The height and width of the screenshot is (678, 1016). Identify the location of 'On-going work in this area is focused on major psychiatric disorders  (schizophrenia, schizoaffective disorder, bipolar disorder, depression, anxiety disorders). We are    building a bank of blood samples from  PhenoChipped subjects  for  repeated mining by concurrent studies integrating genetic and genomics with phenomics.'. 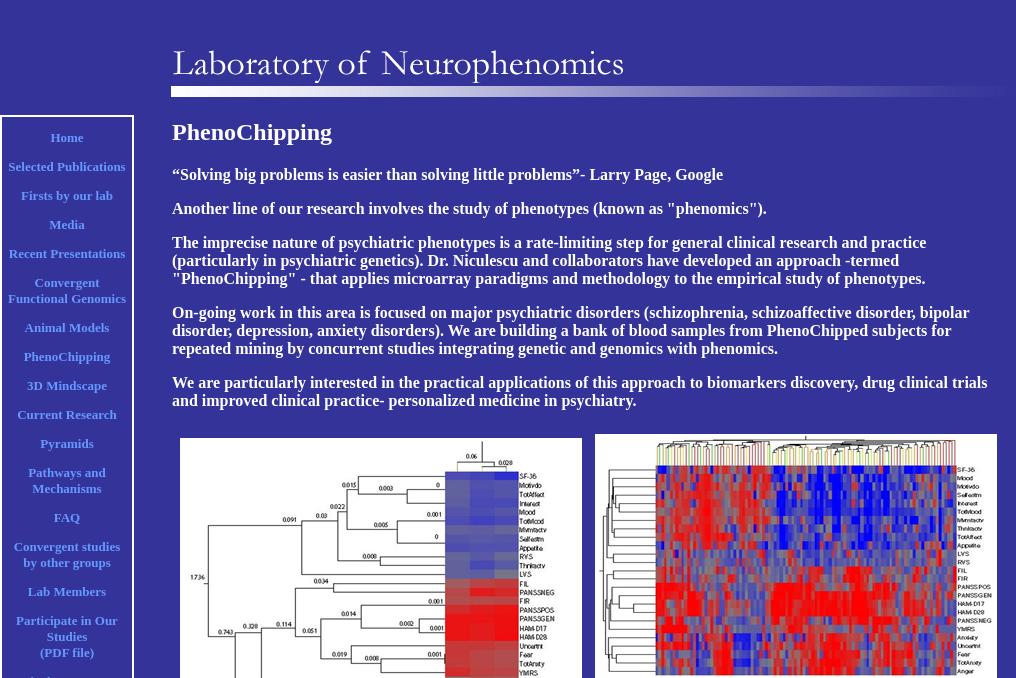
(569, 329).